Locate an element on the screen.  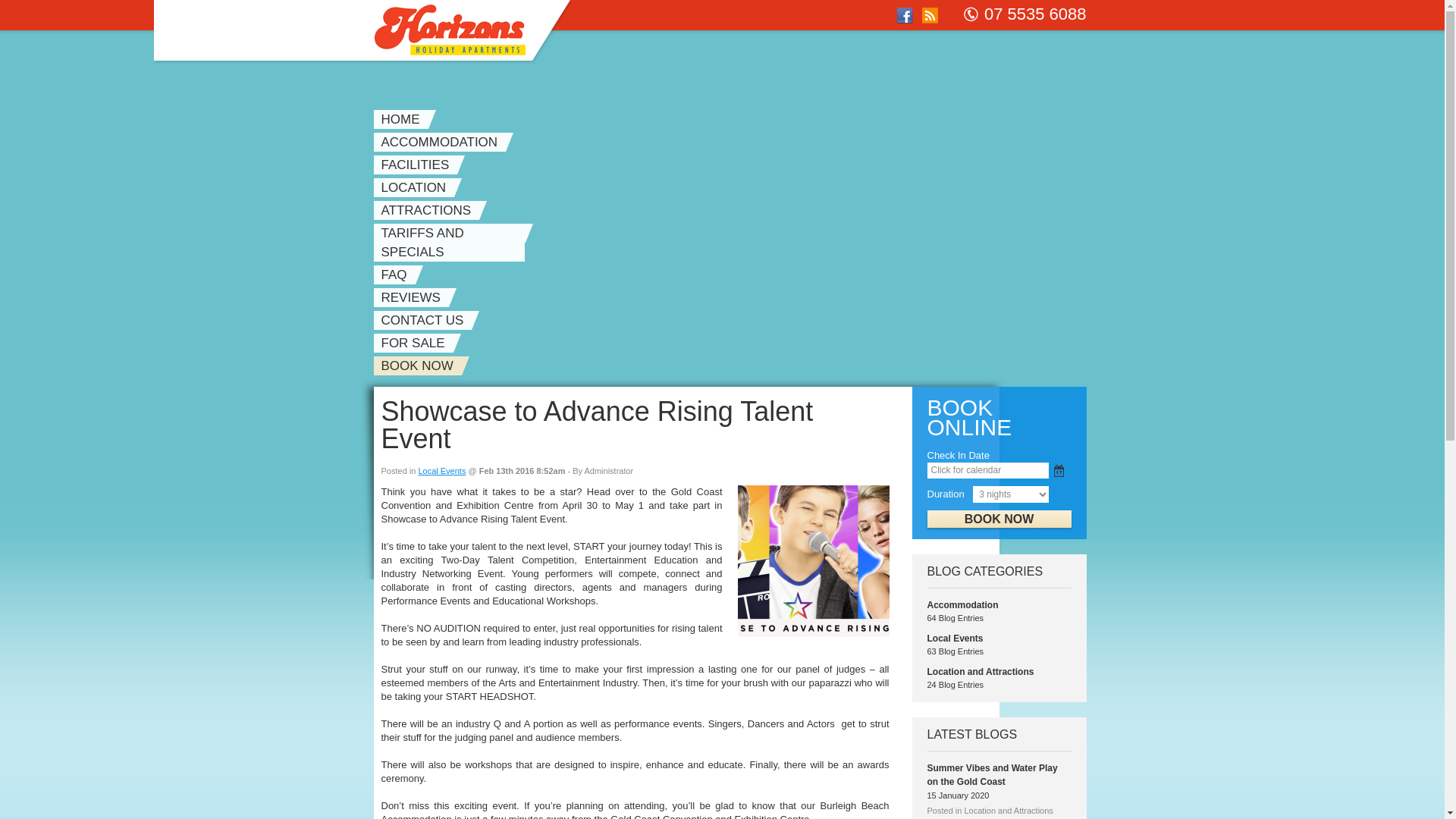
'FACILITIES' is located at coordinates (419, 165).